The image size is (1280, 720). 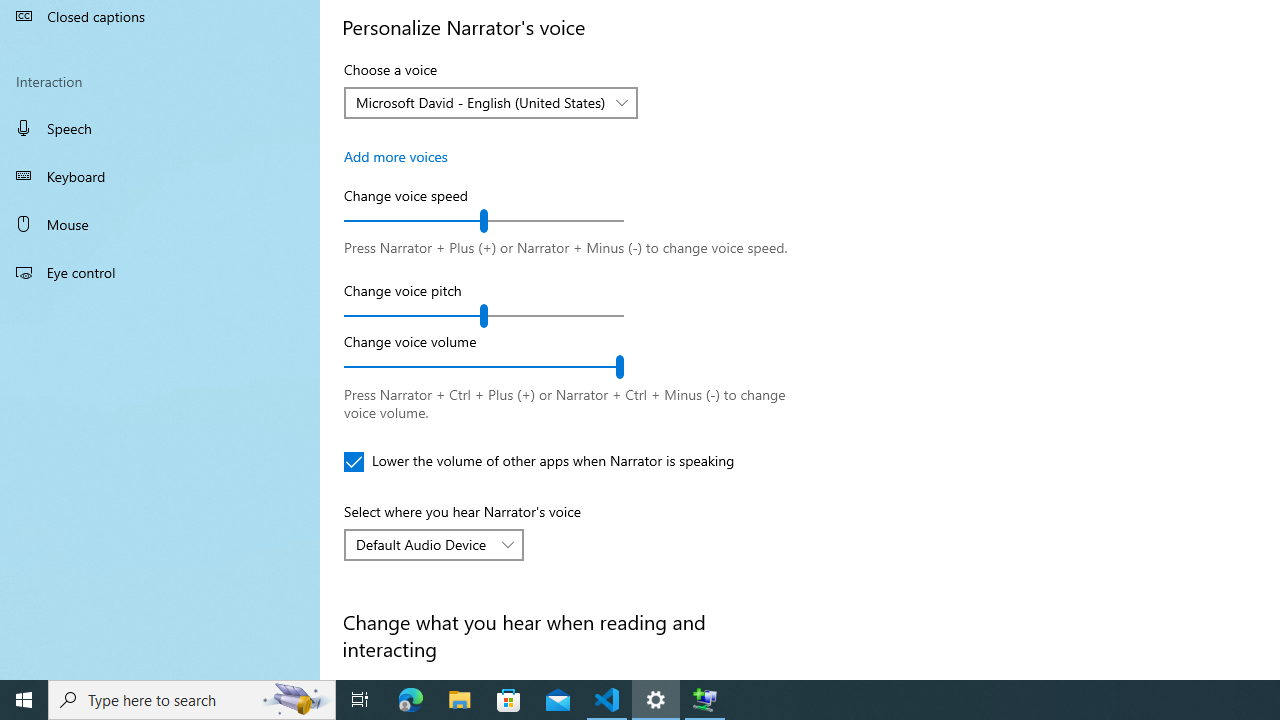 I want to click on 'Microsoft David - English (United States)', so click(x=480, y=102).